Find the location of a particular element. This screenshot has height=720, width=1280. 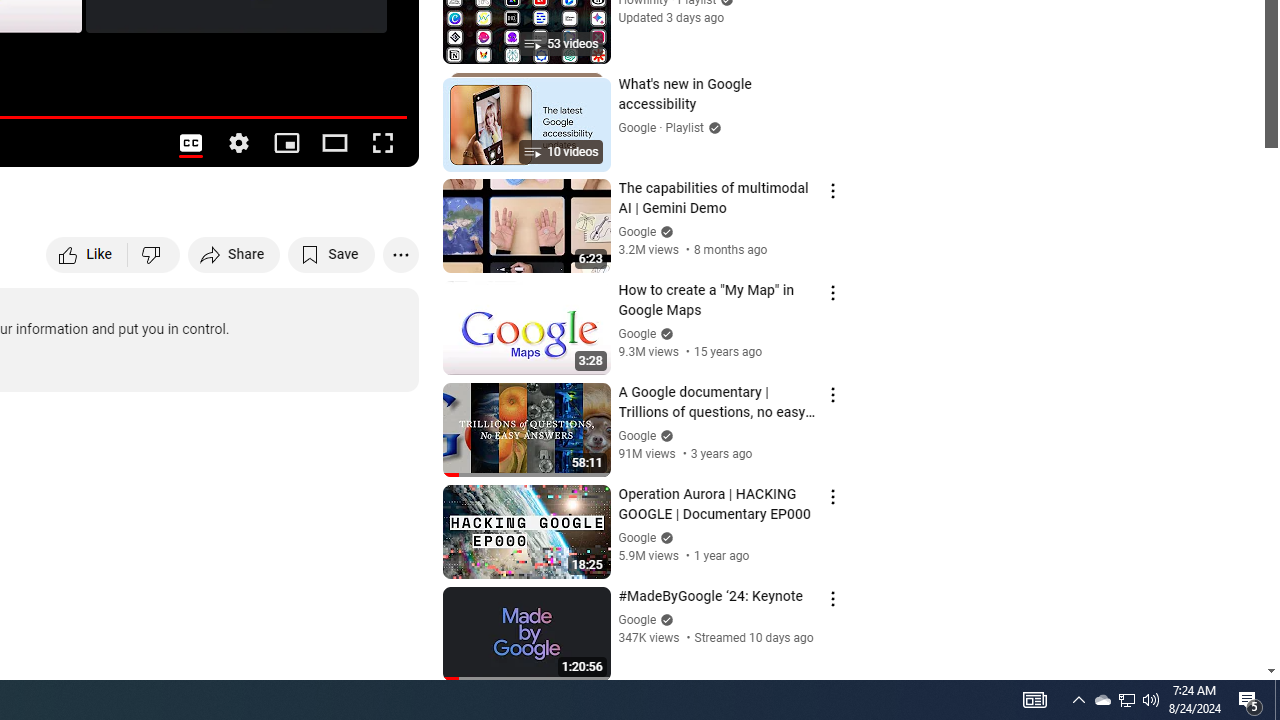

'More actions' is located at coordinates (400, 253).